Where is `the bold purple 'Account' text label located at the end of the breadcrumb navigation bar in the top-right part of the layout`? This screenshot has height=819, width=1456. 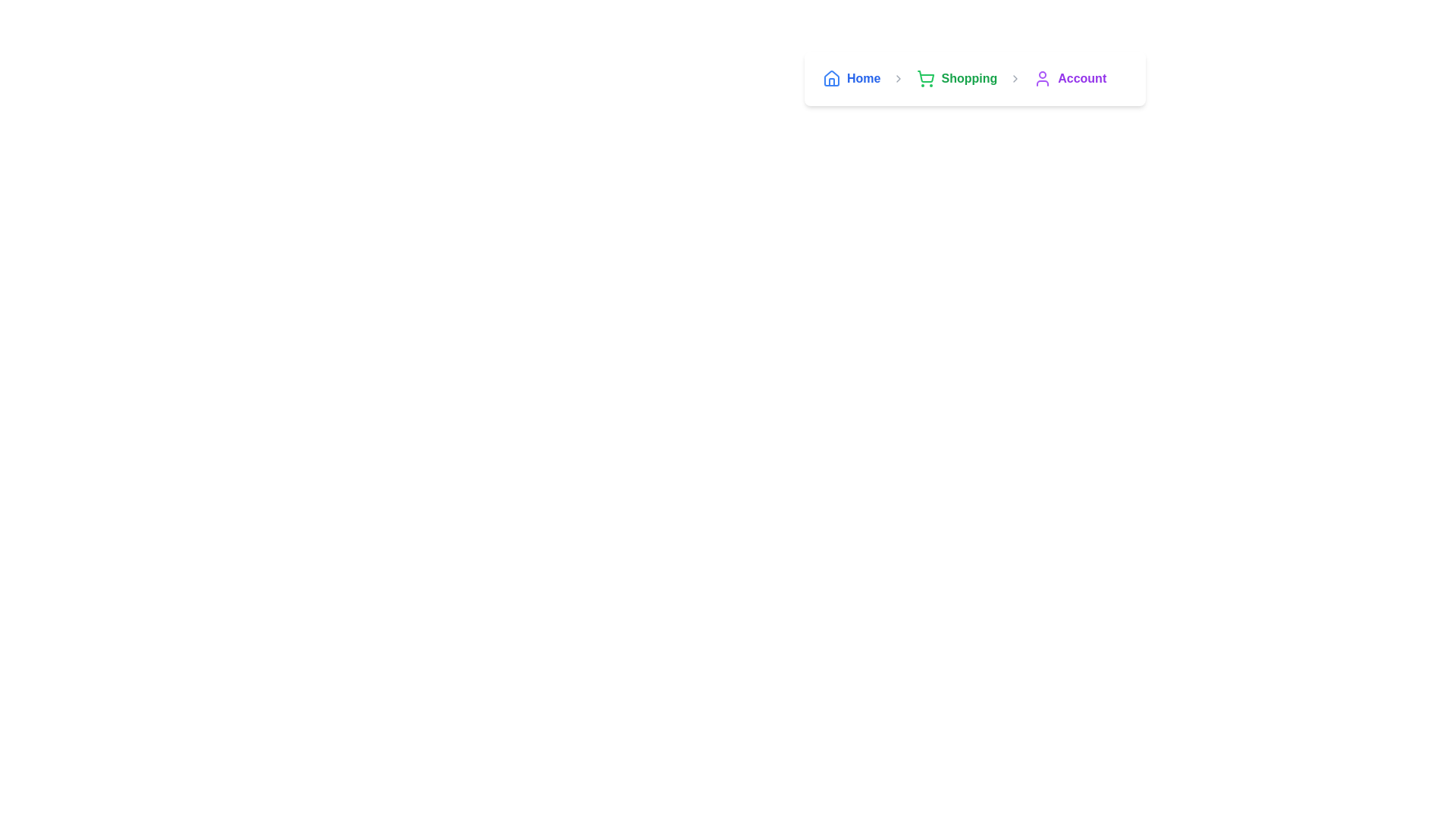 the bold purple 'Account' text label located at the end of the breadcrumb navigation bar in the top-right part of the layout is located at coordinates (1081, 79).